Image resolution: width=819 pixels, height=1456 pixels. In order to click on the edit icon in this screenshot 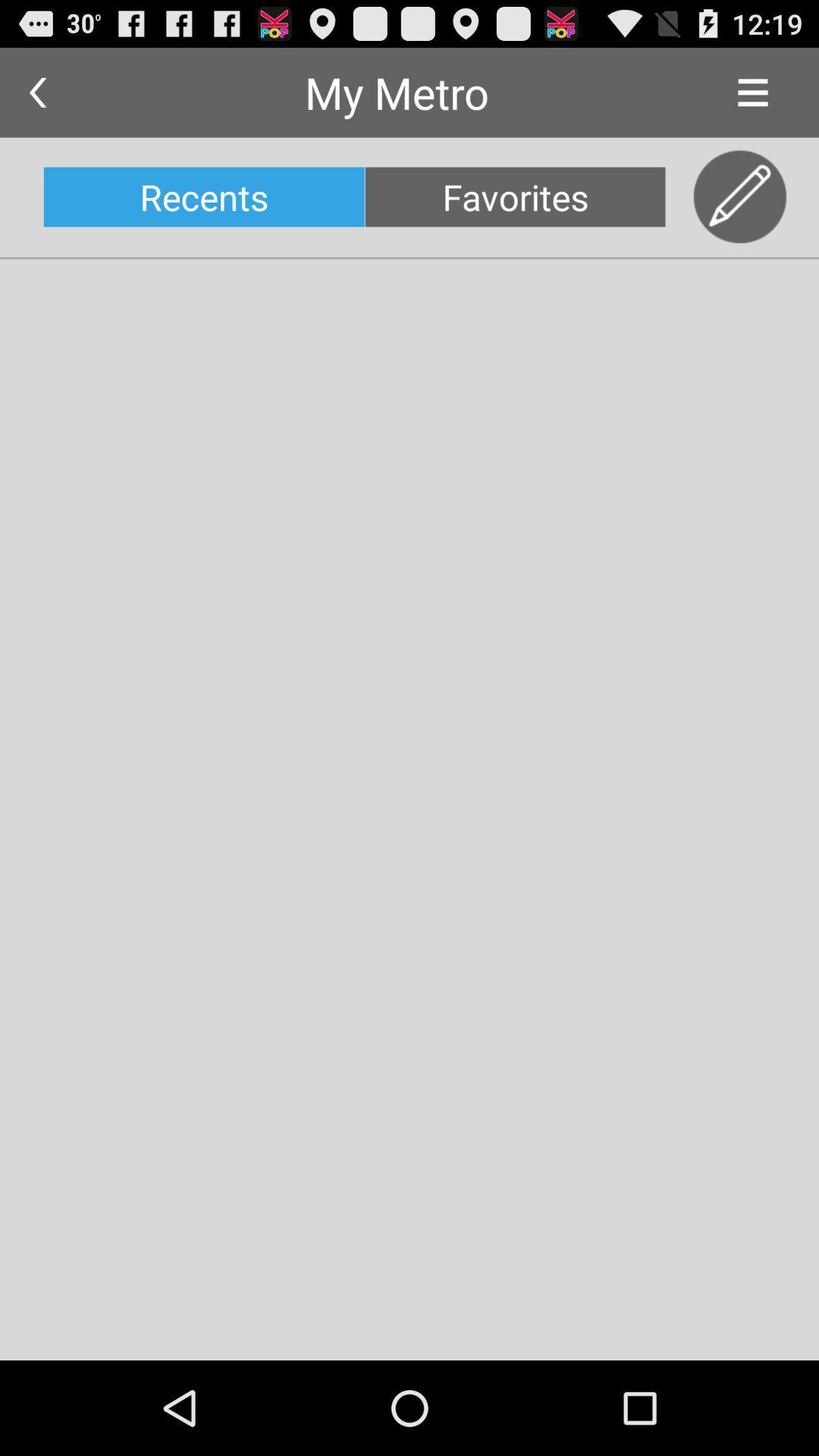, I will do `click(739, 210)`.